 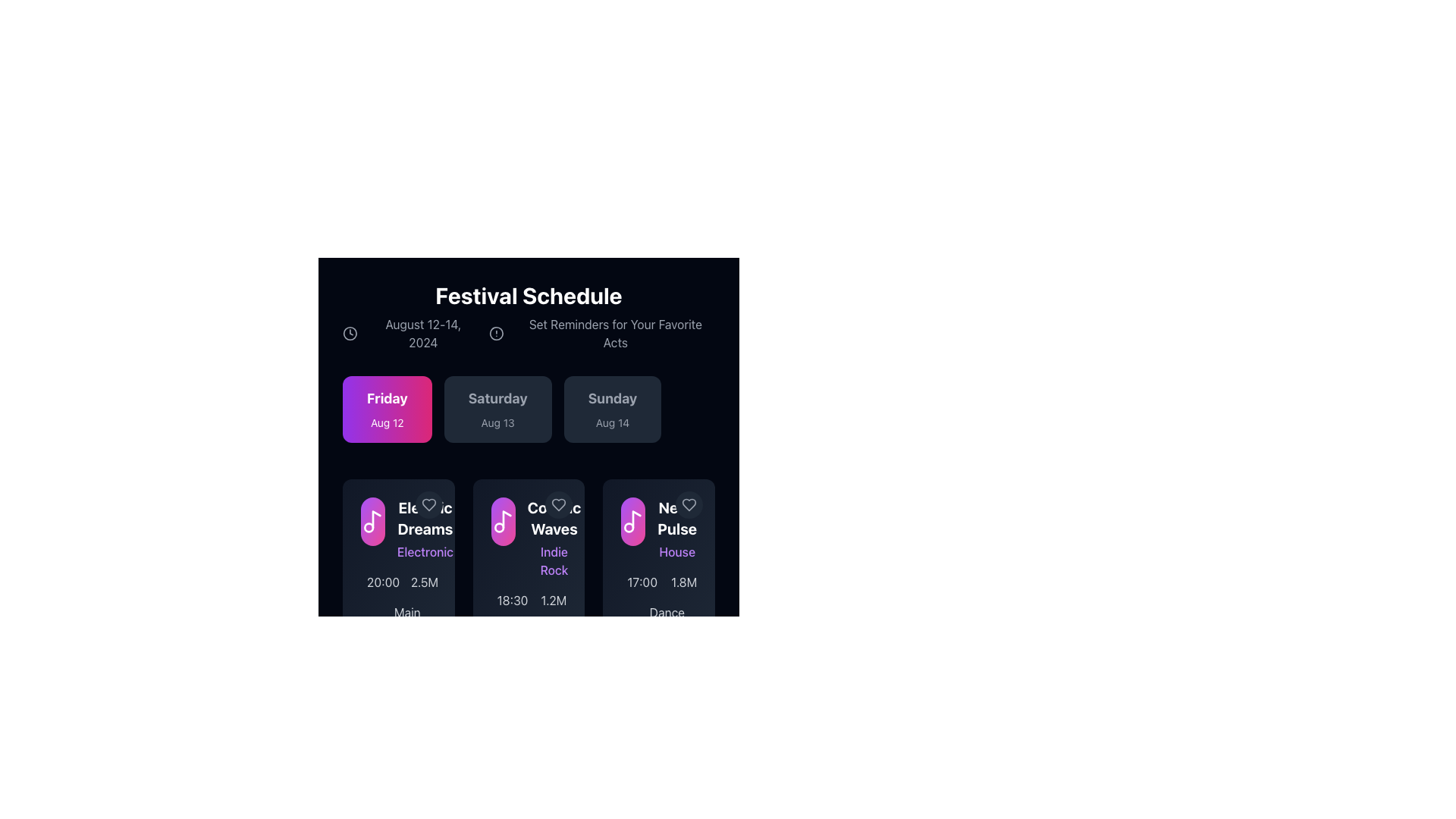 What do you see at coordinates (529, 315) in the screenshot?
I see `the Header section that provides the title and key details of the festival schedule, located at the top of the layout above the day tabs and event cards` at bounding box center [529, 315].